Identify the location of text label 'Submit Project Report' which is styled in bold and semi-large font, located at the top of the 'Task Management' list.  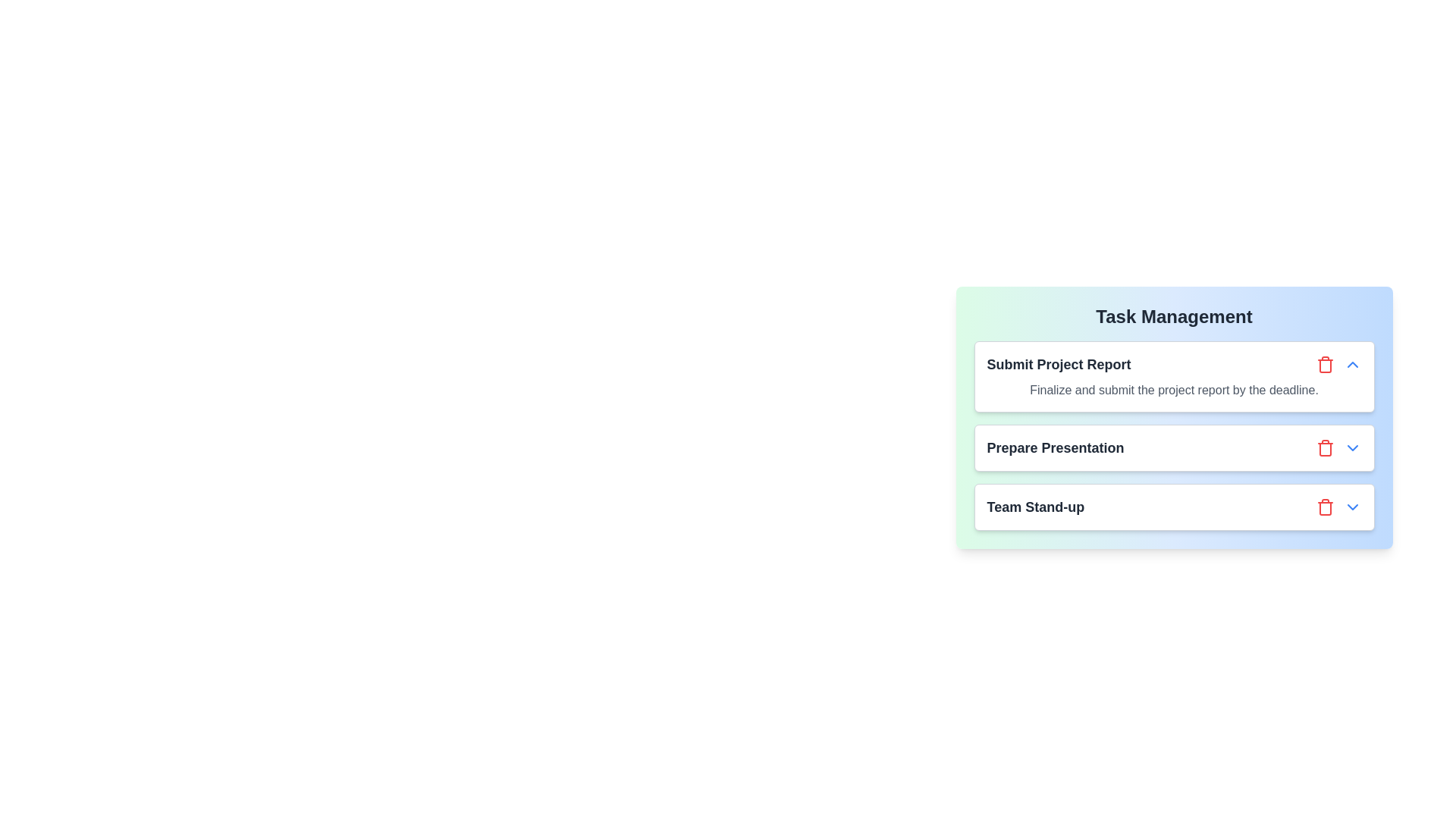
(1058, 365).